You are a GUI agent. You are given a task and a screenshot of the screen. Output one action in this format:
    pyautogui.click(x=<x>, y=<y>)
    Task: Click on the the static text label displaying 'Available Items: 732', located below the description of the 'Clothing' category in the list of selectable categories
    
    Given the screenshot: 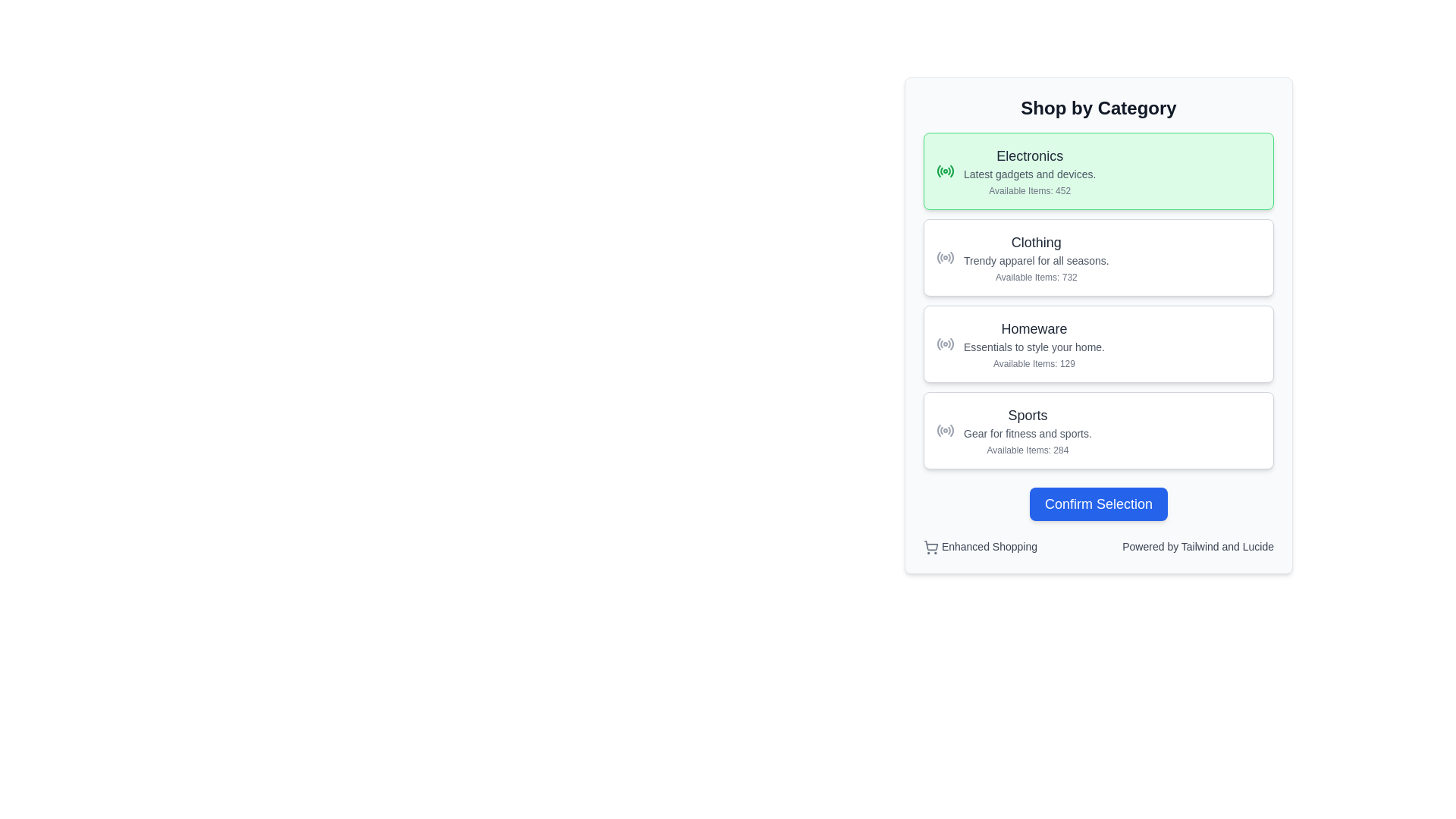 What is the action you would take?
    pyautogui.click(x=1035, y=278)
    